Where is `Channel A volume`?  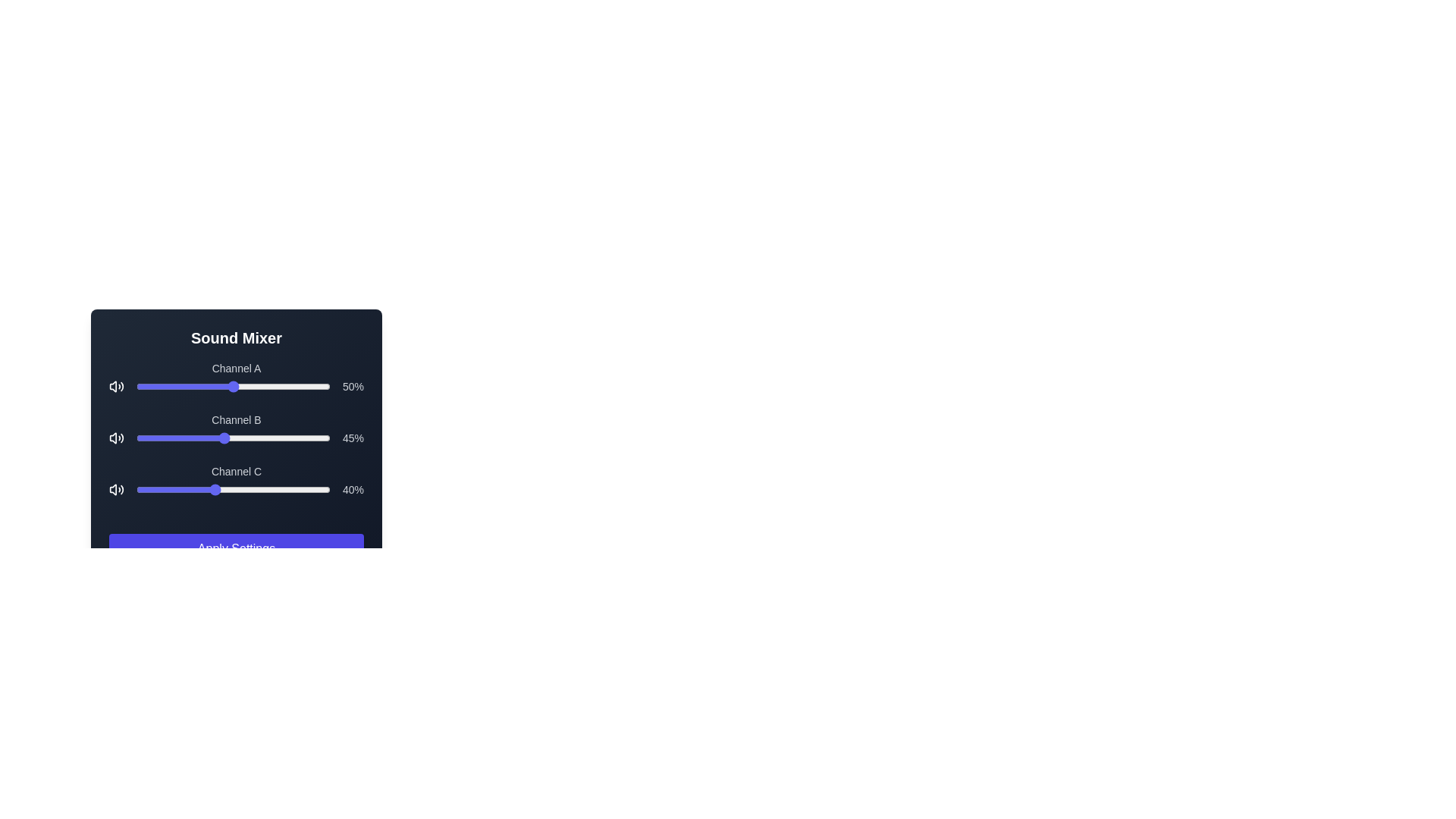
Channel A volume is located at coordinates (162, 385).